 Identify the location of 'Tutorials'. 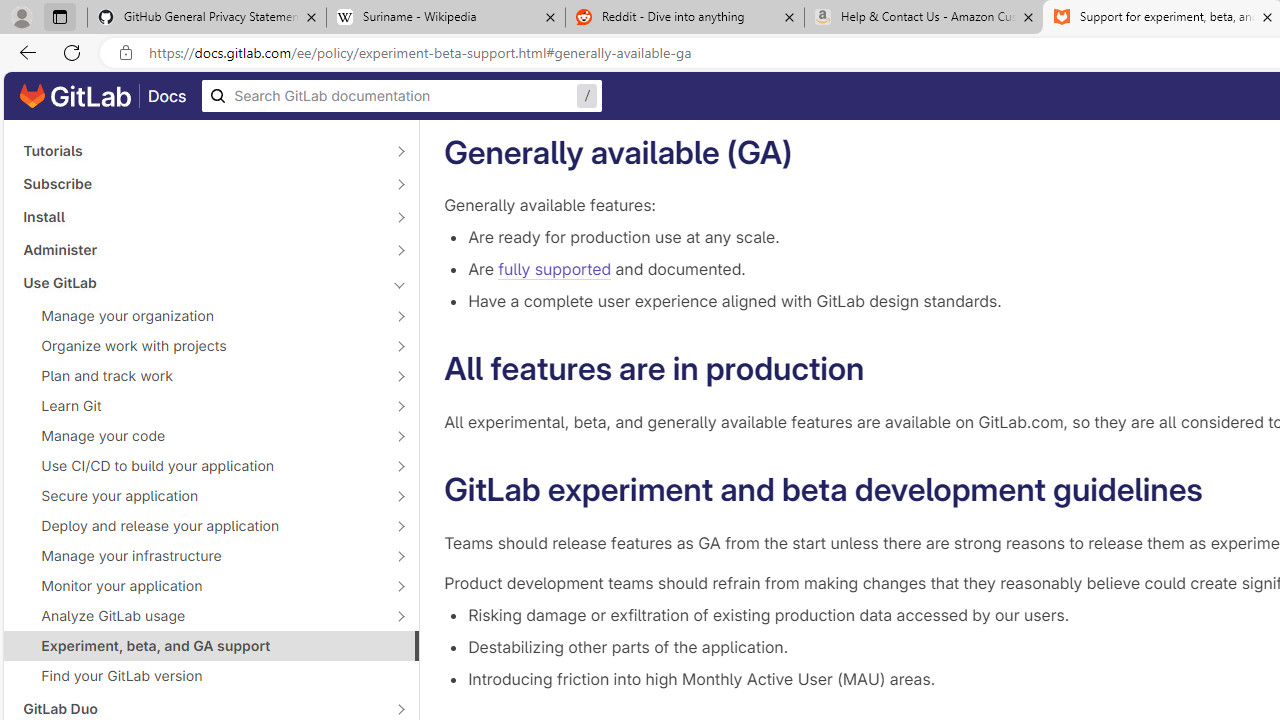
(200, 150).